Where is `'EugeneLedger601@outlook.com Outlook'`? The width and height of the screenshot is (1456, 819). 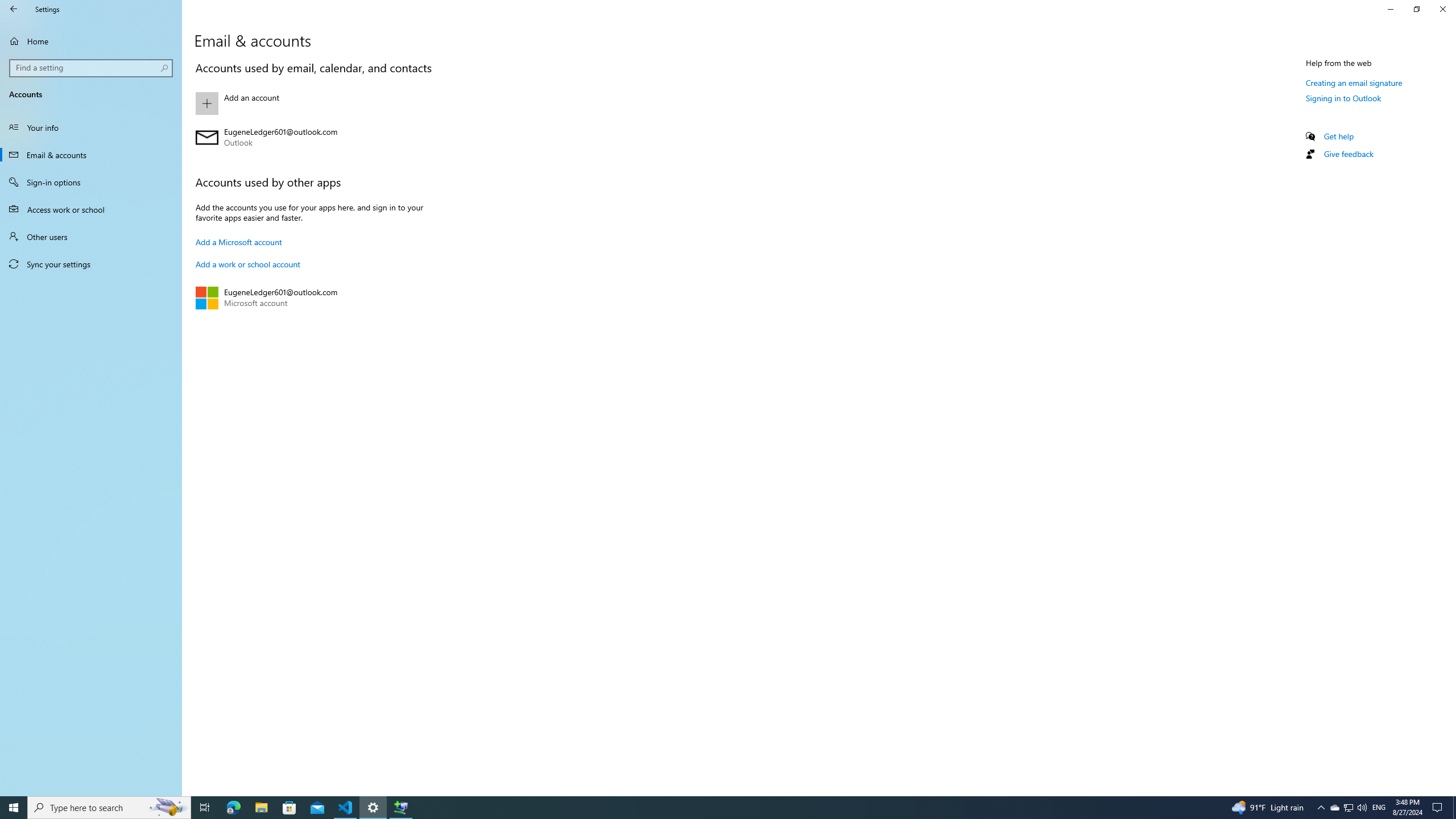 'EugeneLedger601@outlook.com Outlook' is located at coordinates (318, 137).